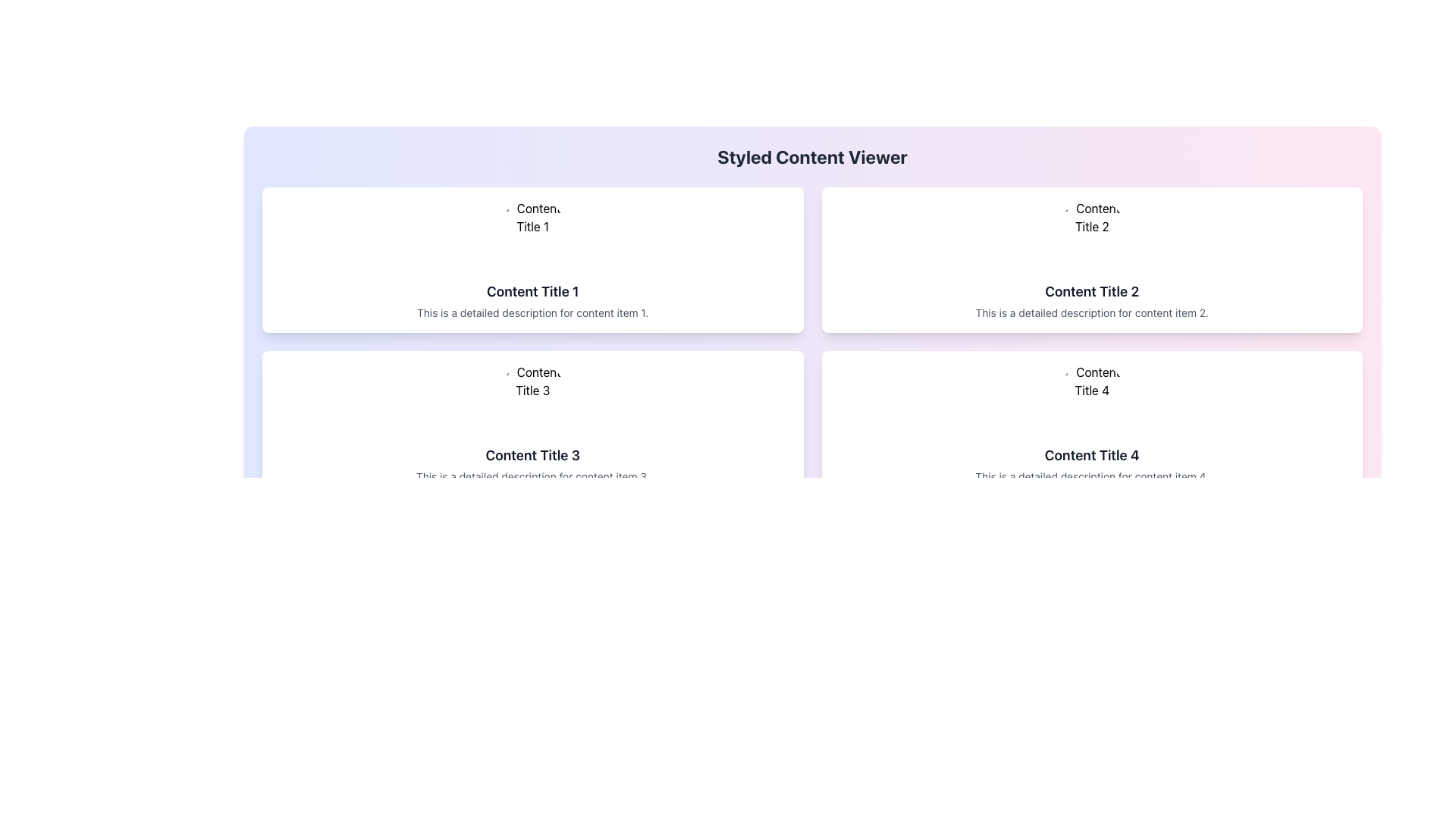 The image size is (1456, 819). What do you see at coordinates (532, 424) in the screenshot?
I see `the Card component located in the second row, first column of the grid layout, which displays content including a title and description` at bounding box center [532, 424].